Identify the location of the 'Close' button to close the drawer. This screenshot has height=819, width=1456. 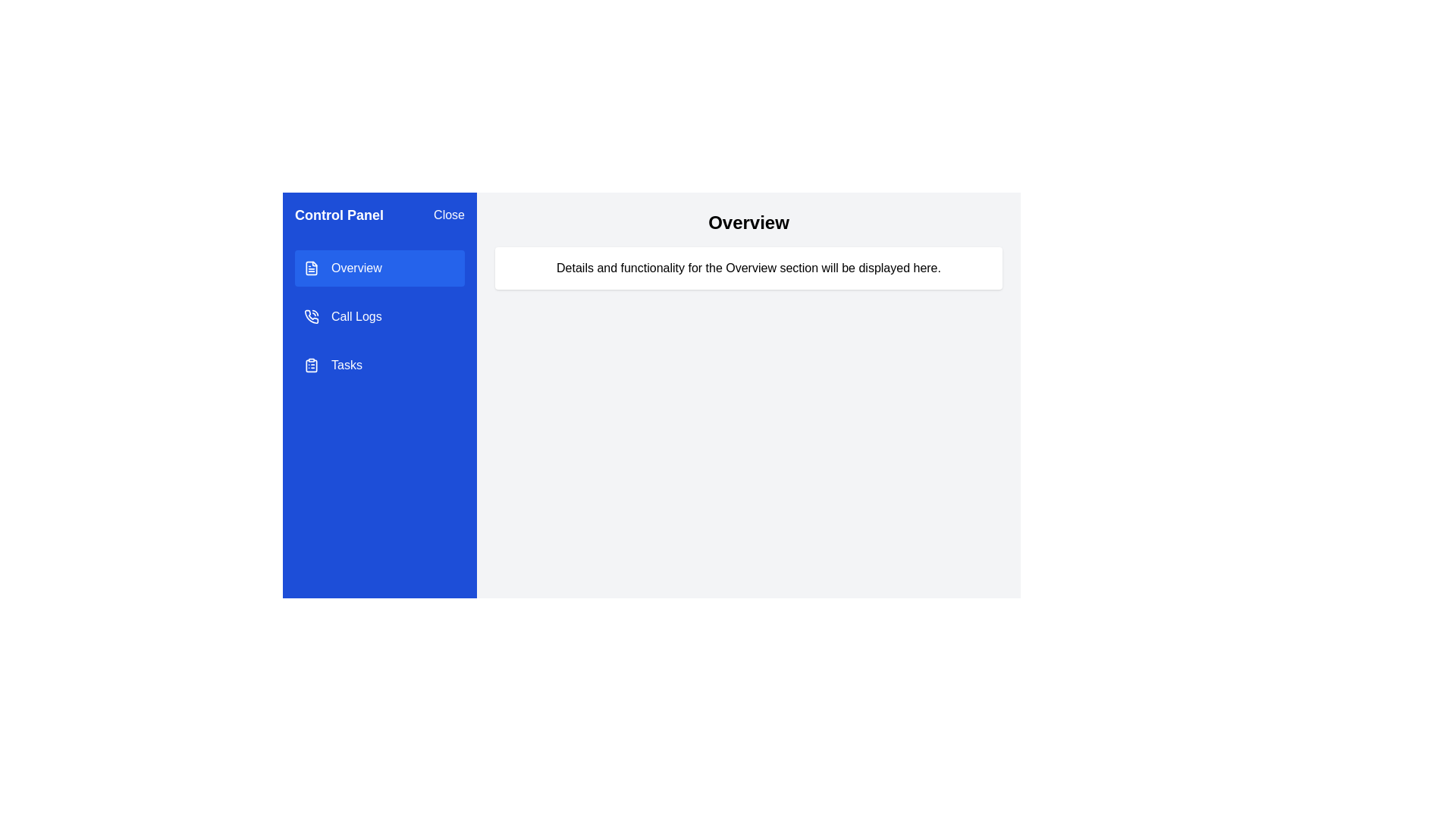
(447, 215).